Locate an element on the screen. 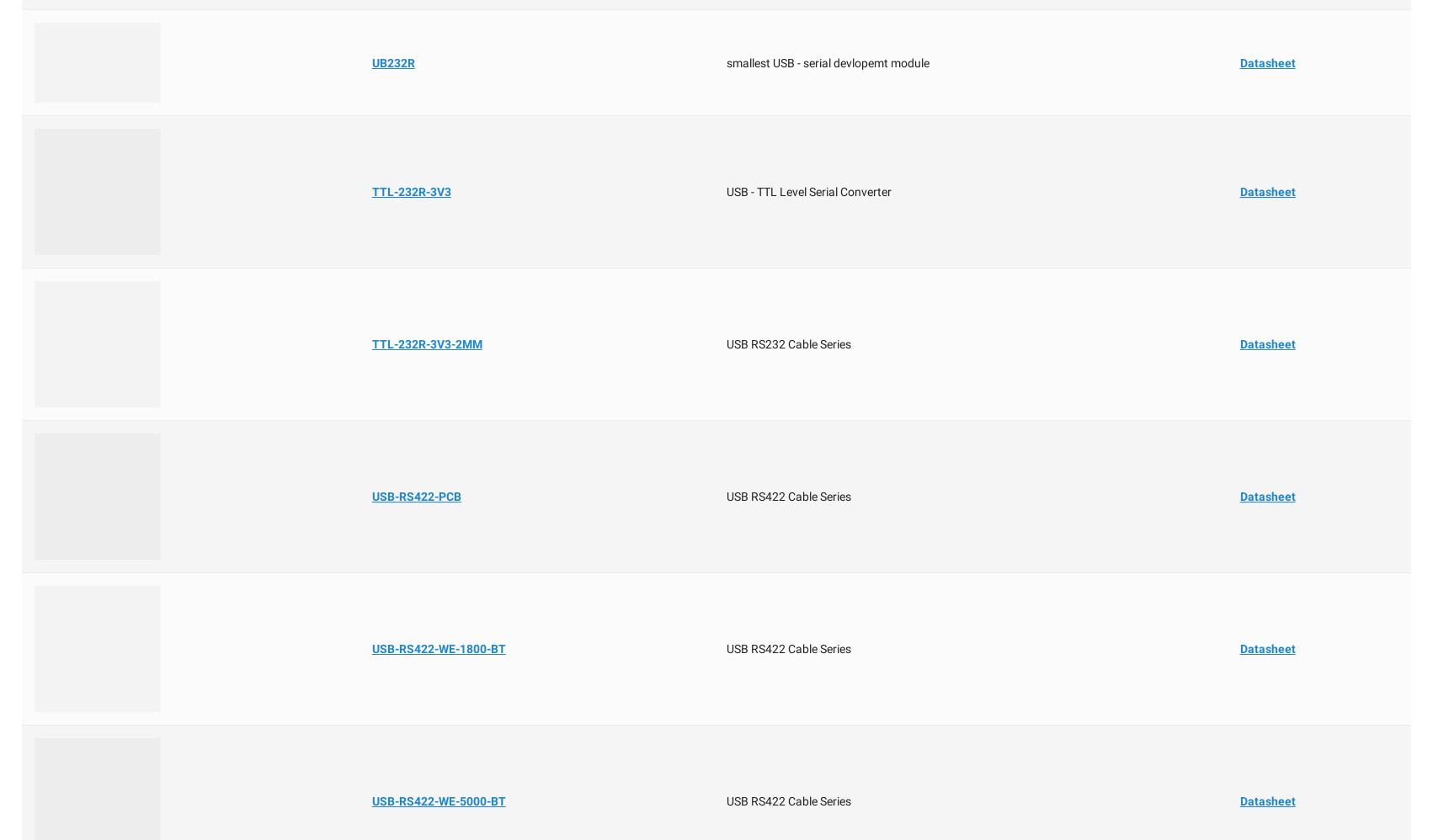 Image resolution: width=1433 pixels, height=840 pixels. 'smallest USB - serial  devlopemt module' is located at coordinates (828, 61).